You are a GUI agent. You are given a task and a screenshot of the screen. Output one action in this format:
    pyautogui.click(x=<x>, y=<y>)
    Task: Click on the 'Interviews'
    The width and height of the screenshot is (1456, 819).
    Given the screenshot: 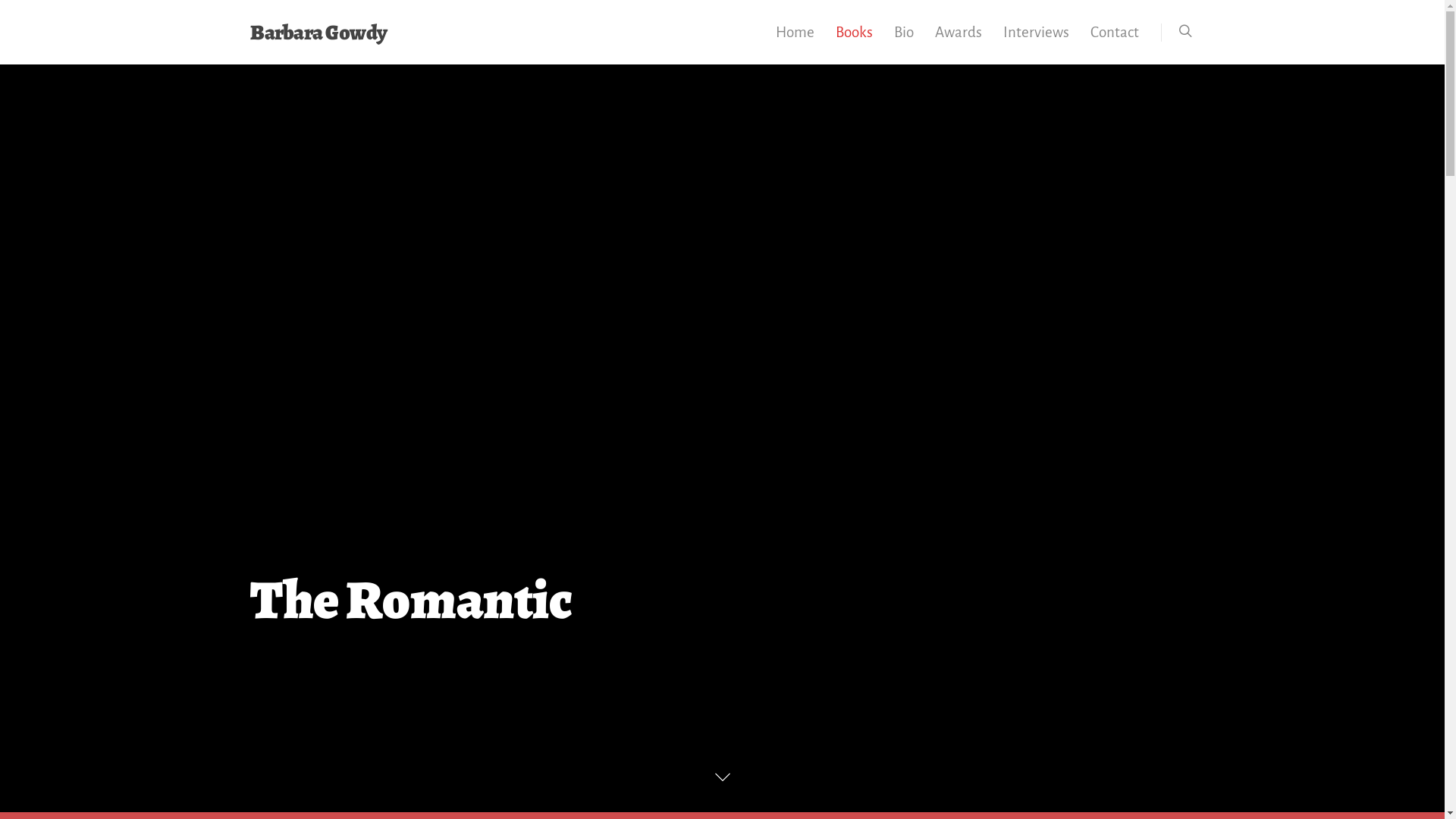 What is the action you would take?
    pyautogui.click(x=1035, y=42)
    